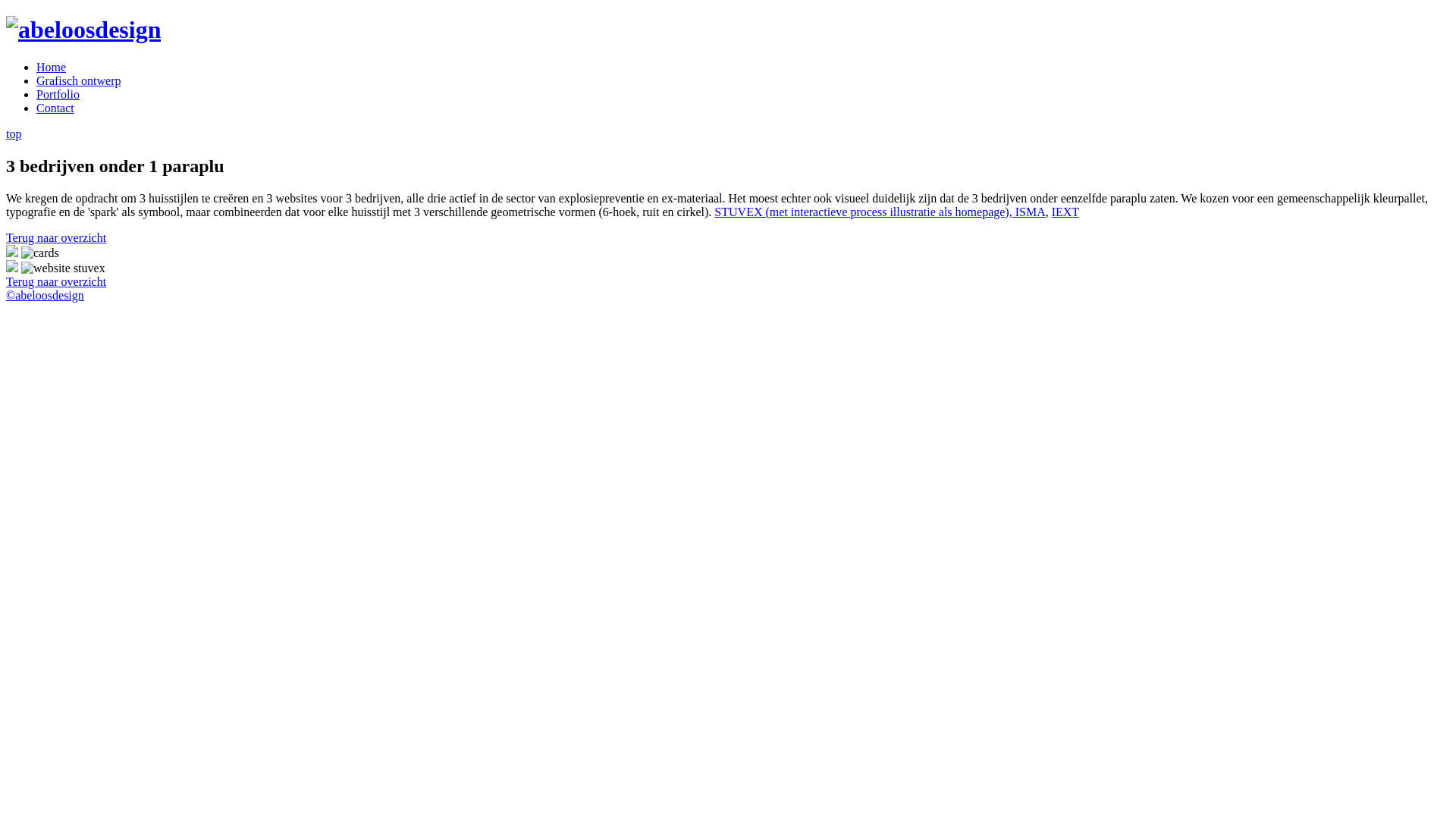 This screenshot has height=819, width=1456. I want to click on 'home', so click(83, 29).